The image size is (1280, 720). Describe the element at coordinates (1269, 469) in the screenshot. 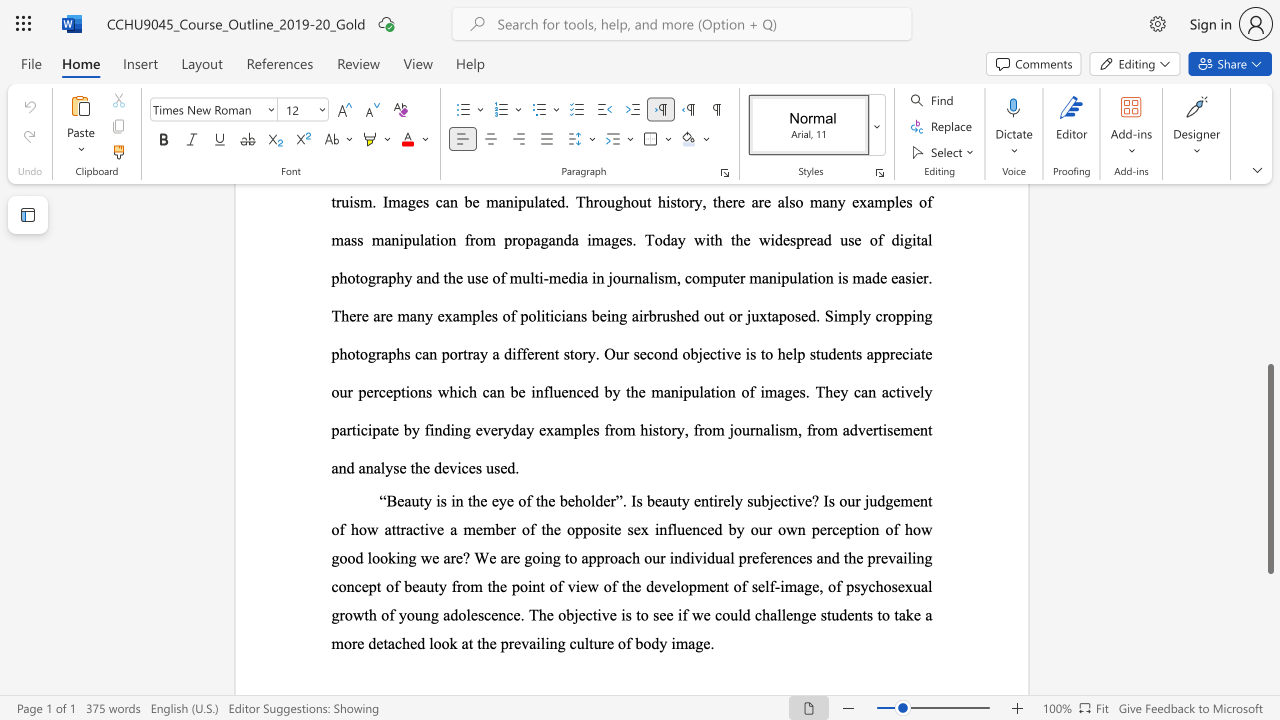

I see `the scrollbar and move up 90 pixels` at that location.